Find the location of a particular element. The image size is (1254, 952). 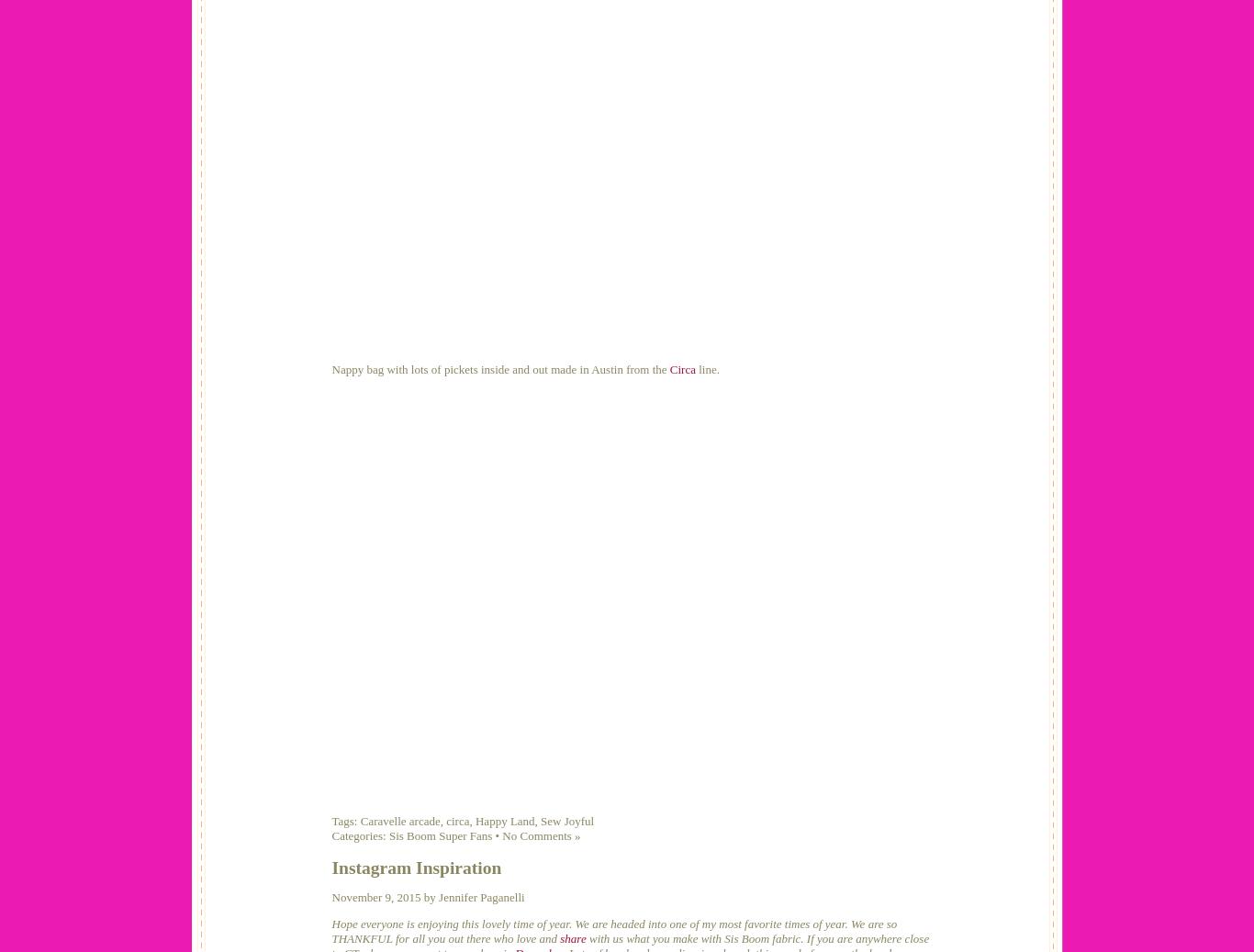

'Sis Boom Super Fans' is located at coordinates (440, 834).